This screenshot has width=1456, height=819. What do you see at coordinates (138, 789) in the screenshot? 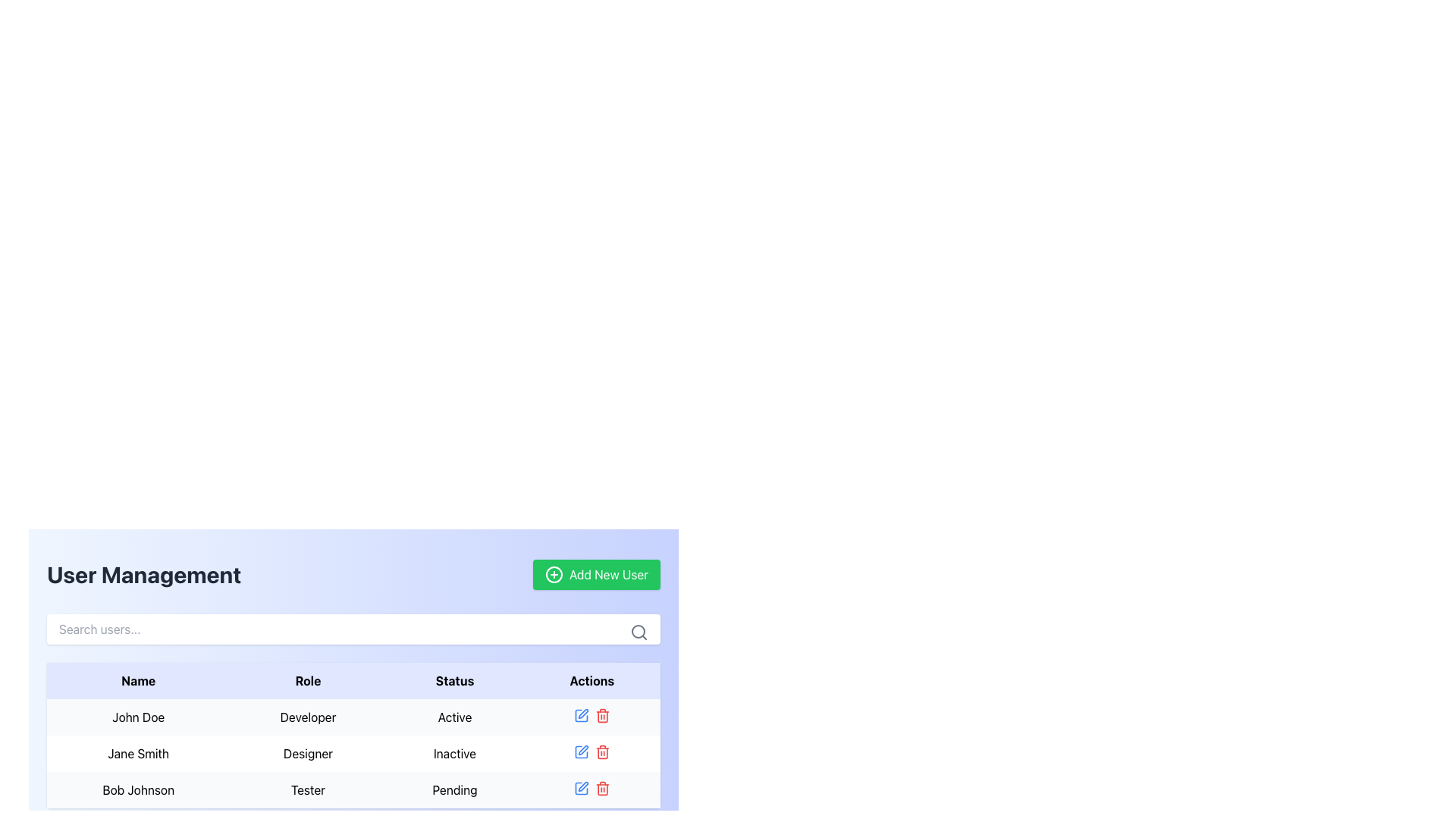
I see `the text label displaying the name of a user, located in the third row of the user management table under the 'Name' column` at bounding box center [138, 789].